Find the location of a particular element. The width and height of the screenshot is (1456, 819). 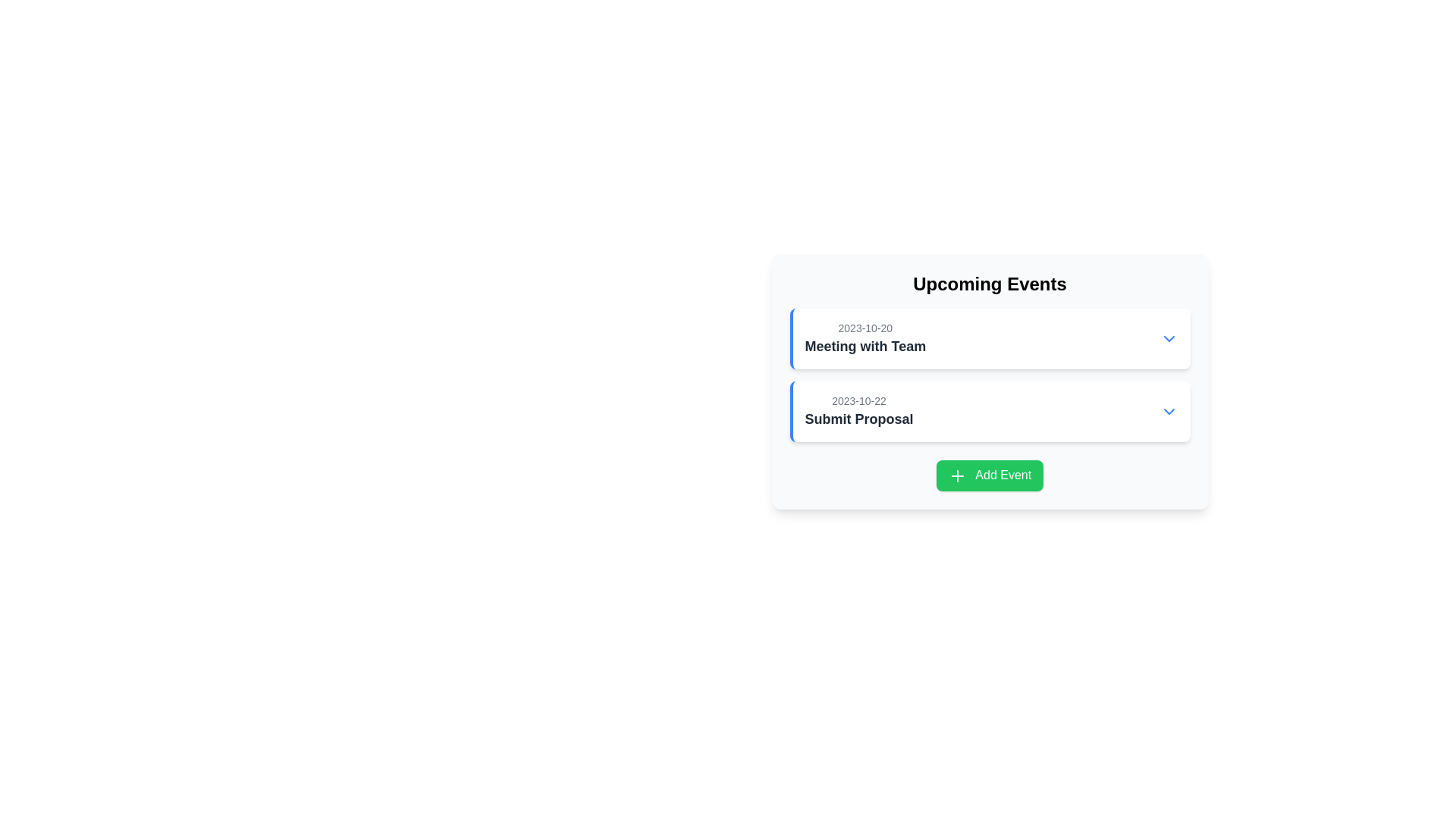

to select the first event item in the 'Upcoming Events' list, which displays the date and title of an event is located at coordinates (865, 338).